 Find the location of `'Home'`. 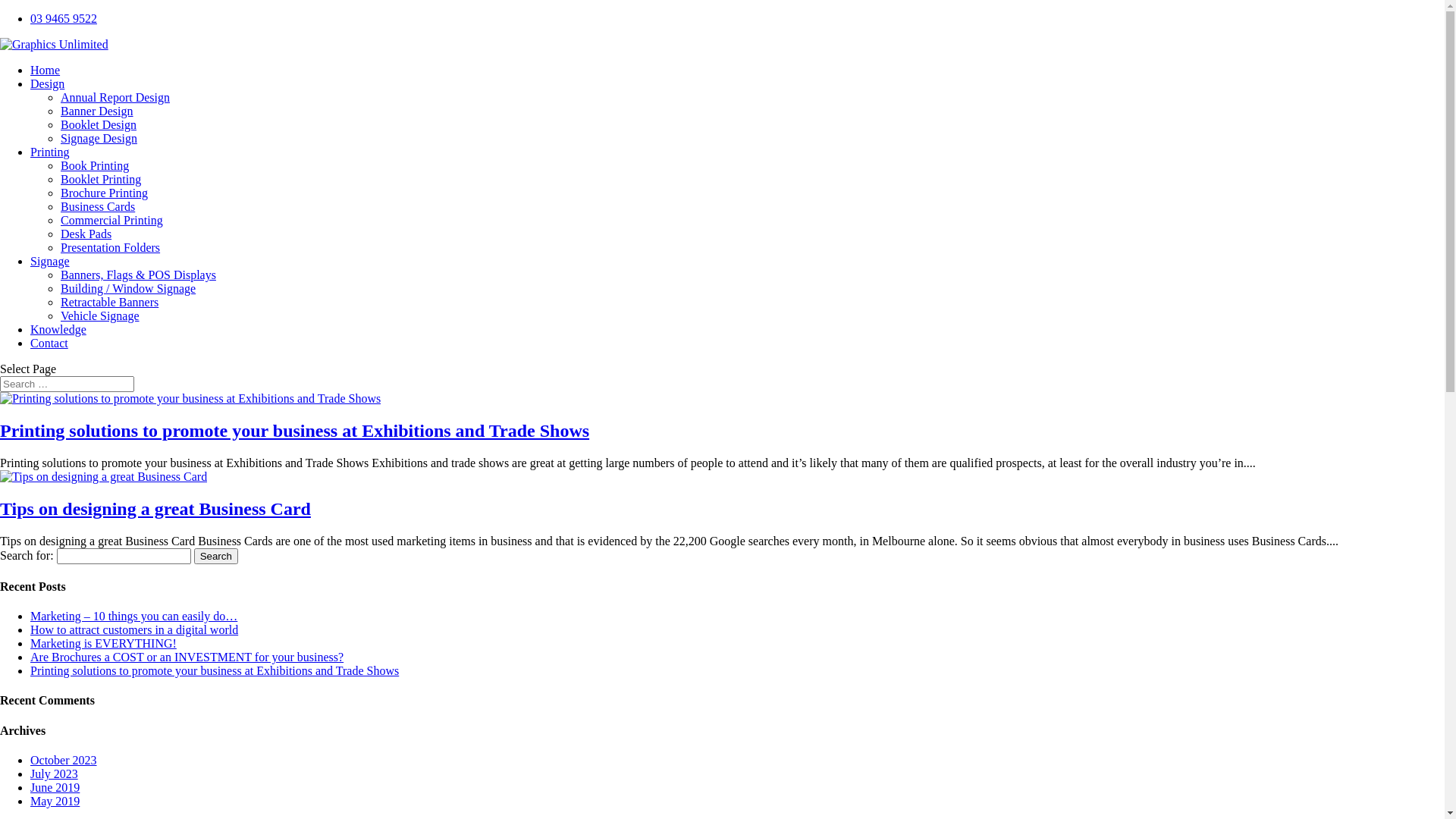

'Home' is located at coordinates (45, 70).